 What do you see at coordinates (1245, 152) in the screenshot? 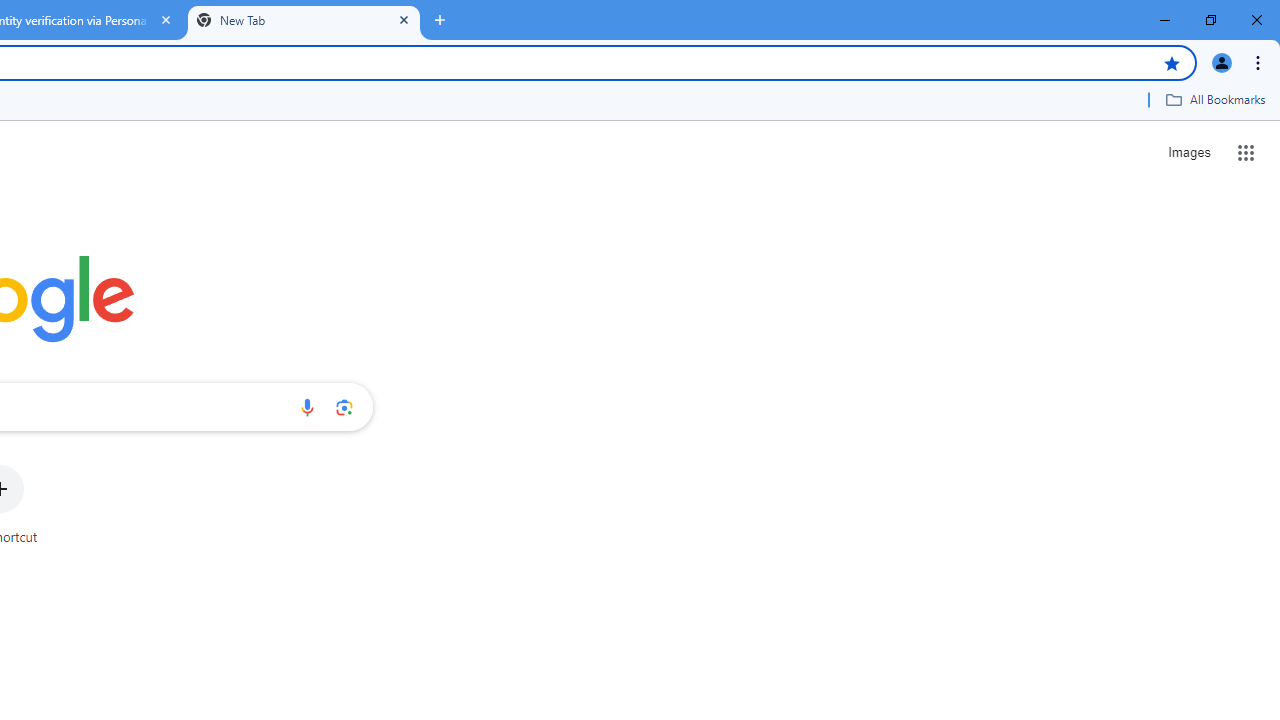
I see `'Google apps'` at bounding box center [1245, 152].